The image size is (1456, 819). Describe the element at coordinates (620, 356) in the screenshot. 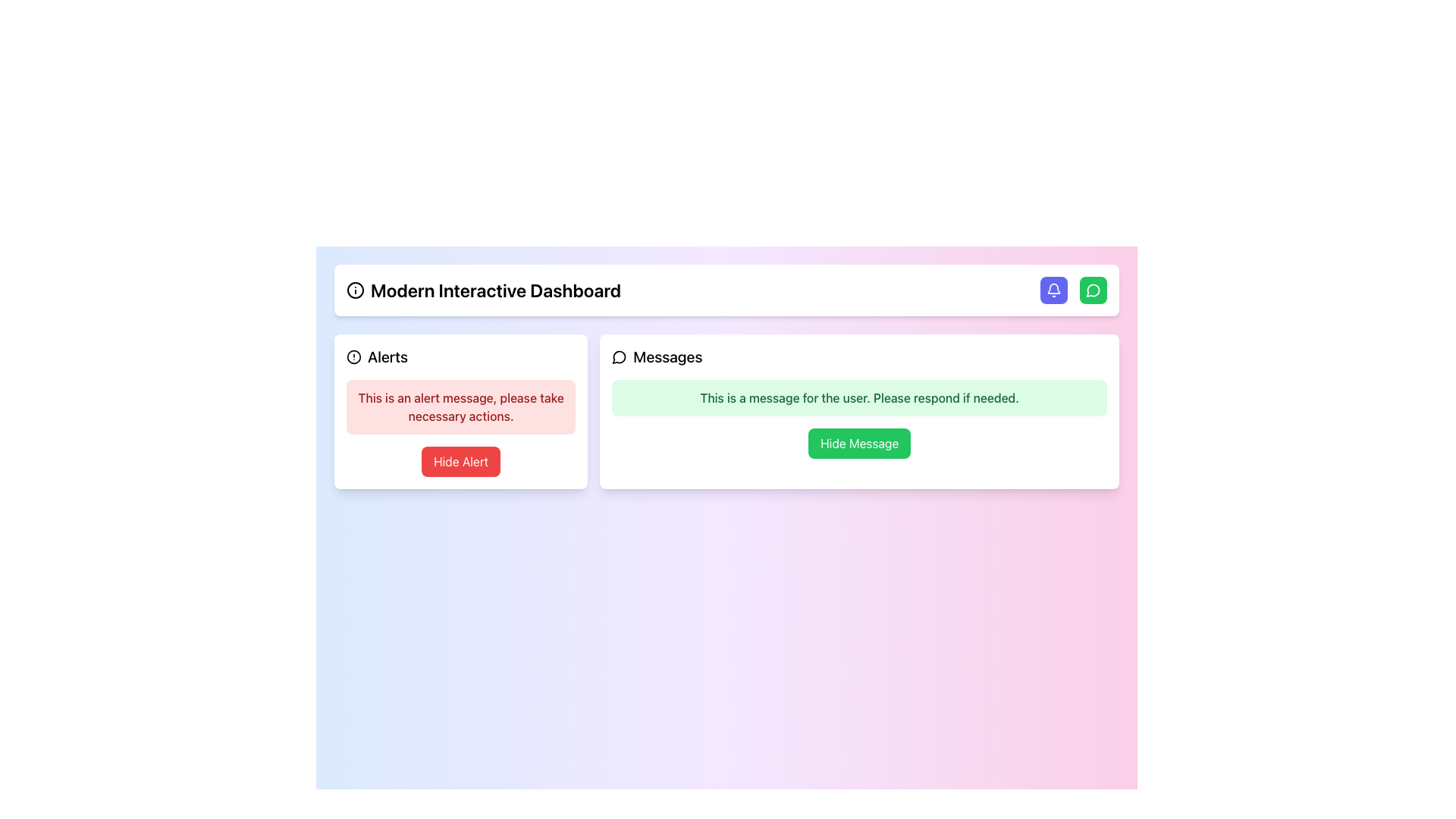

I see `the speech bubble icon located at the top of the 'Messages' panel header, to the left of the text 'Messages'` at that location.